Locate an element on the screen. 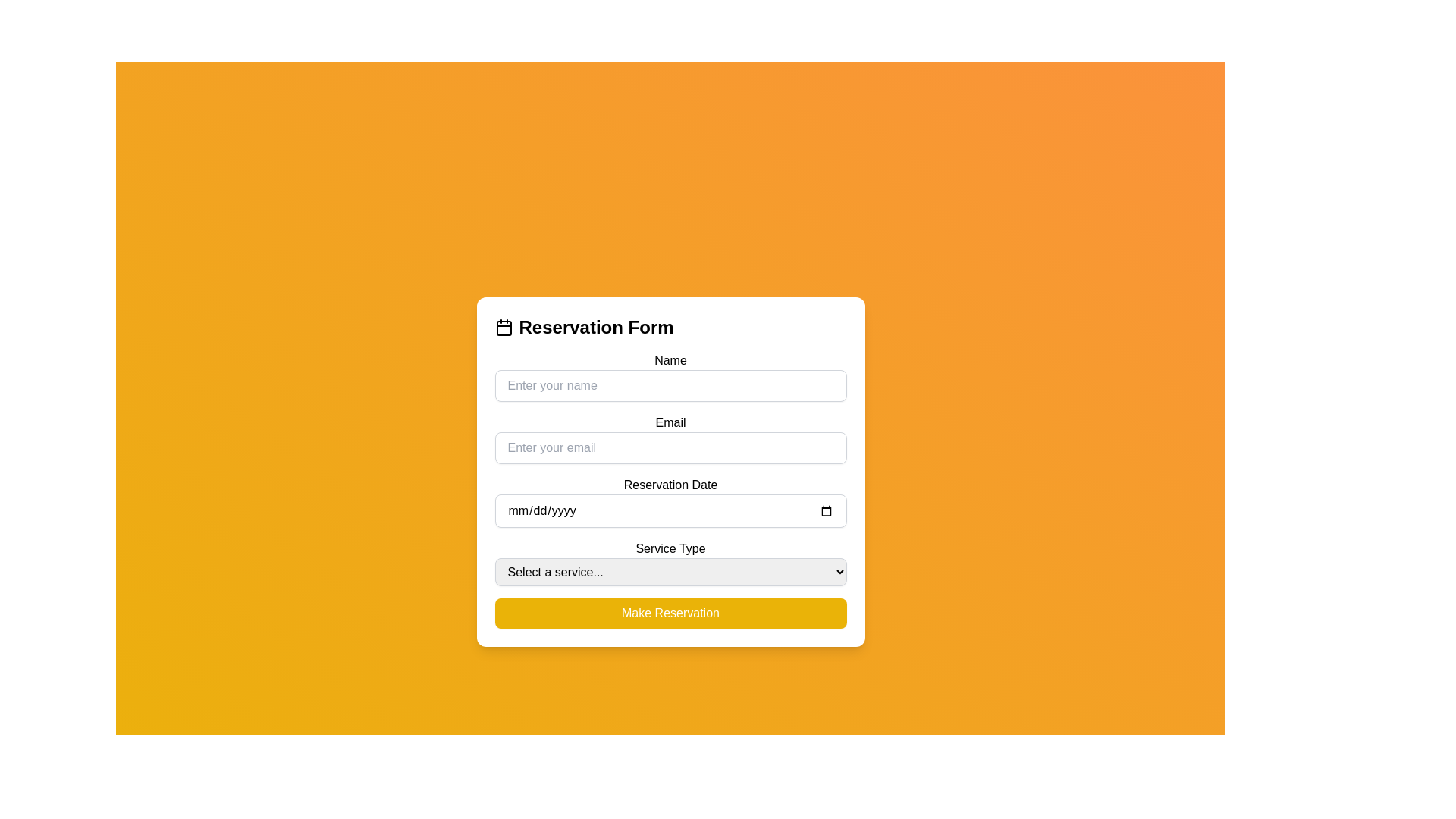 Image resolution: width=1456 pixels, height=819 pixels. header text 'Reservation Form' from the section header that contains a calendar icon to the left, positioned at the top of the form section box is located at coordinates (670, 326).